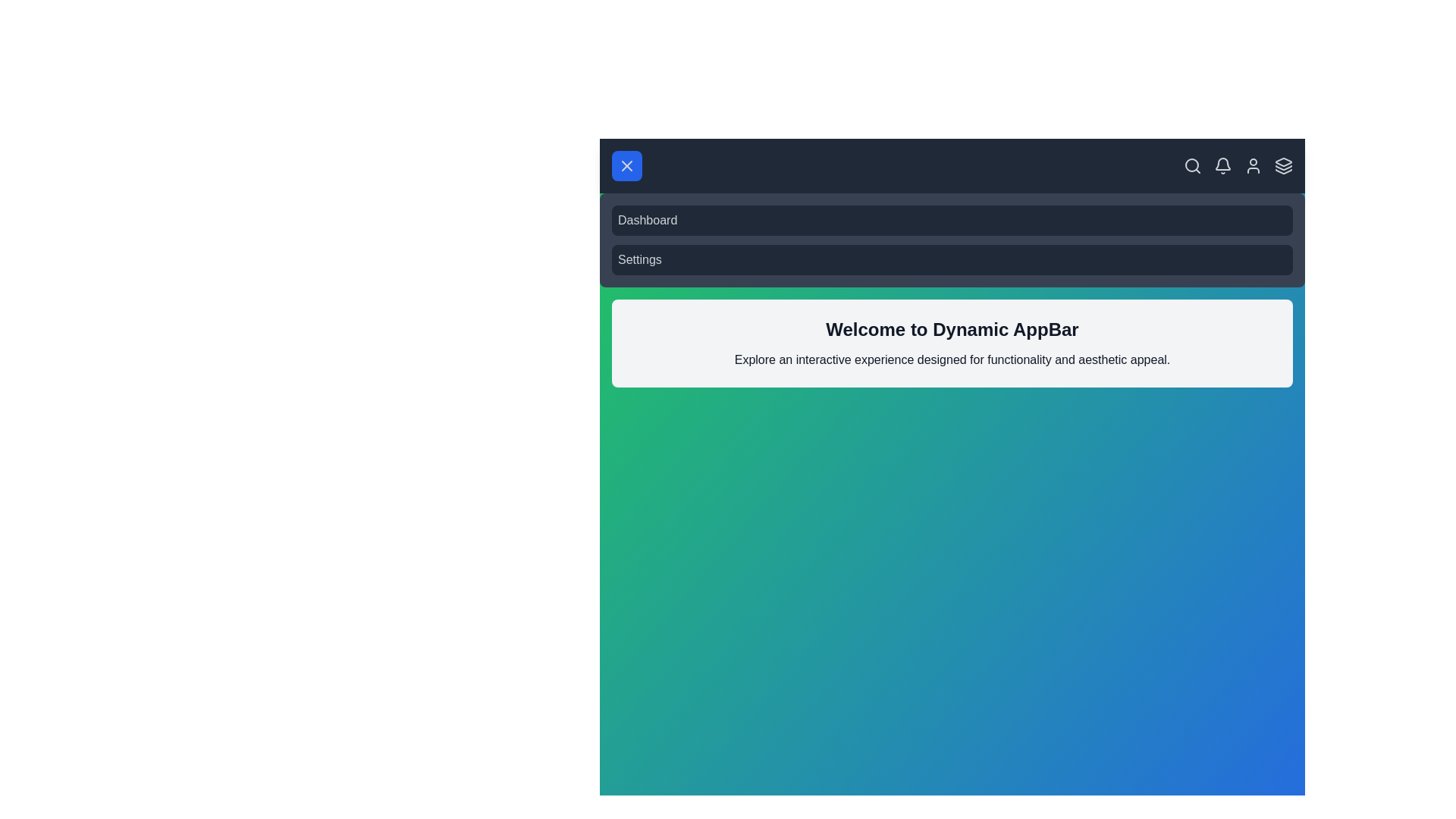 Image resolution: width=1456 pixels, height=819 pixels. What do you see at coordinates (1283, 166) in the screenshot?
I see `the layers icon in the app bar` at bounding box center [1283, 166].